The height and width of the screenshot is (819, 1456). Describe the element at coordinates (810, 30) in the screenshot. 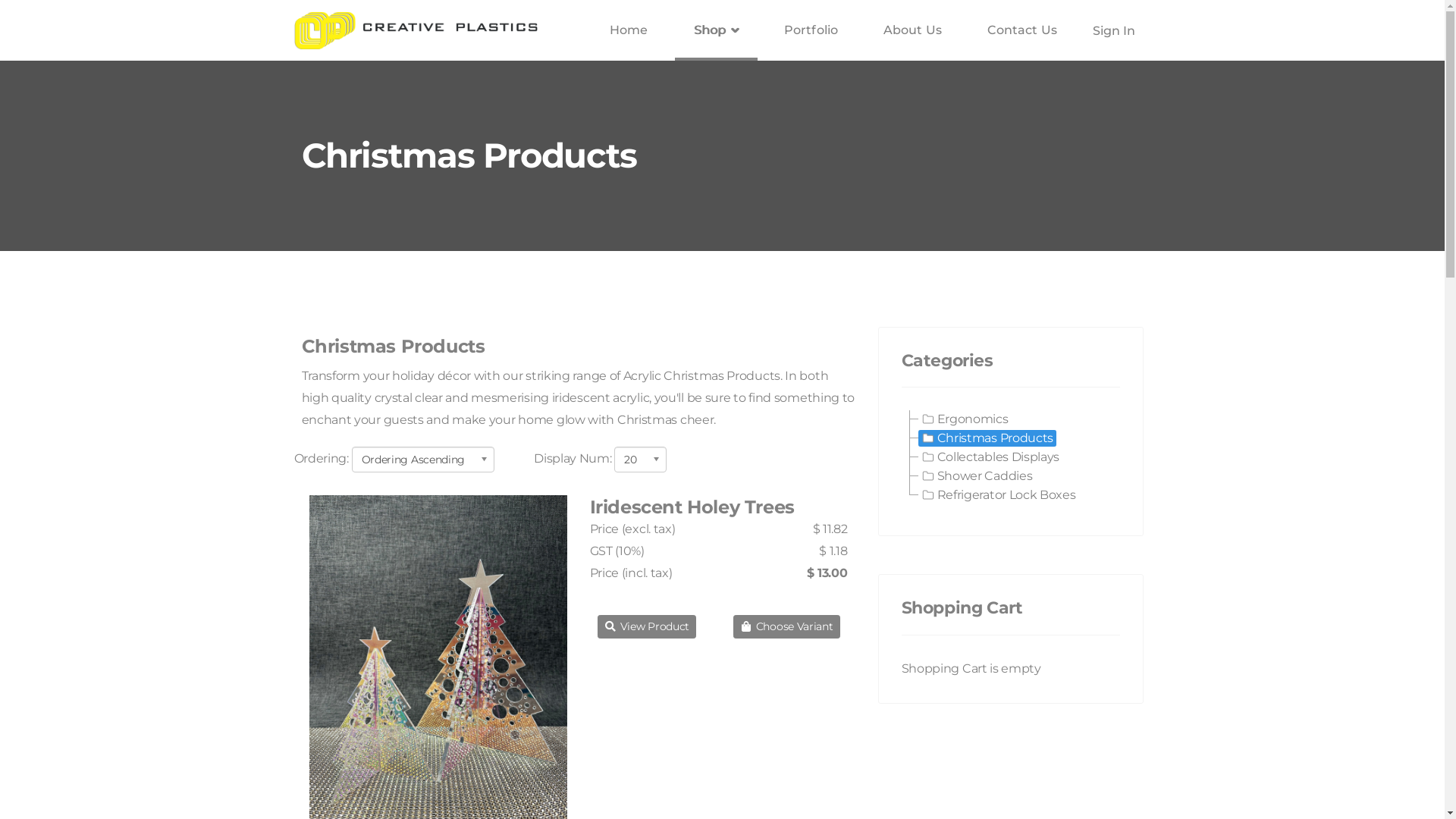

I see `'Portfolio'` at that location.